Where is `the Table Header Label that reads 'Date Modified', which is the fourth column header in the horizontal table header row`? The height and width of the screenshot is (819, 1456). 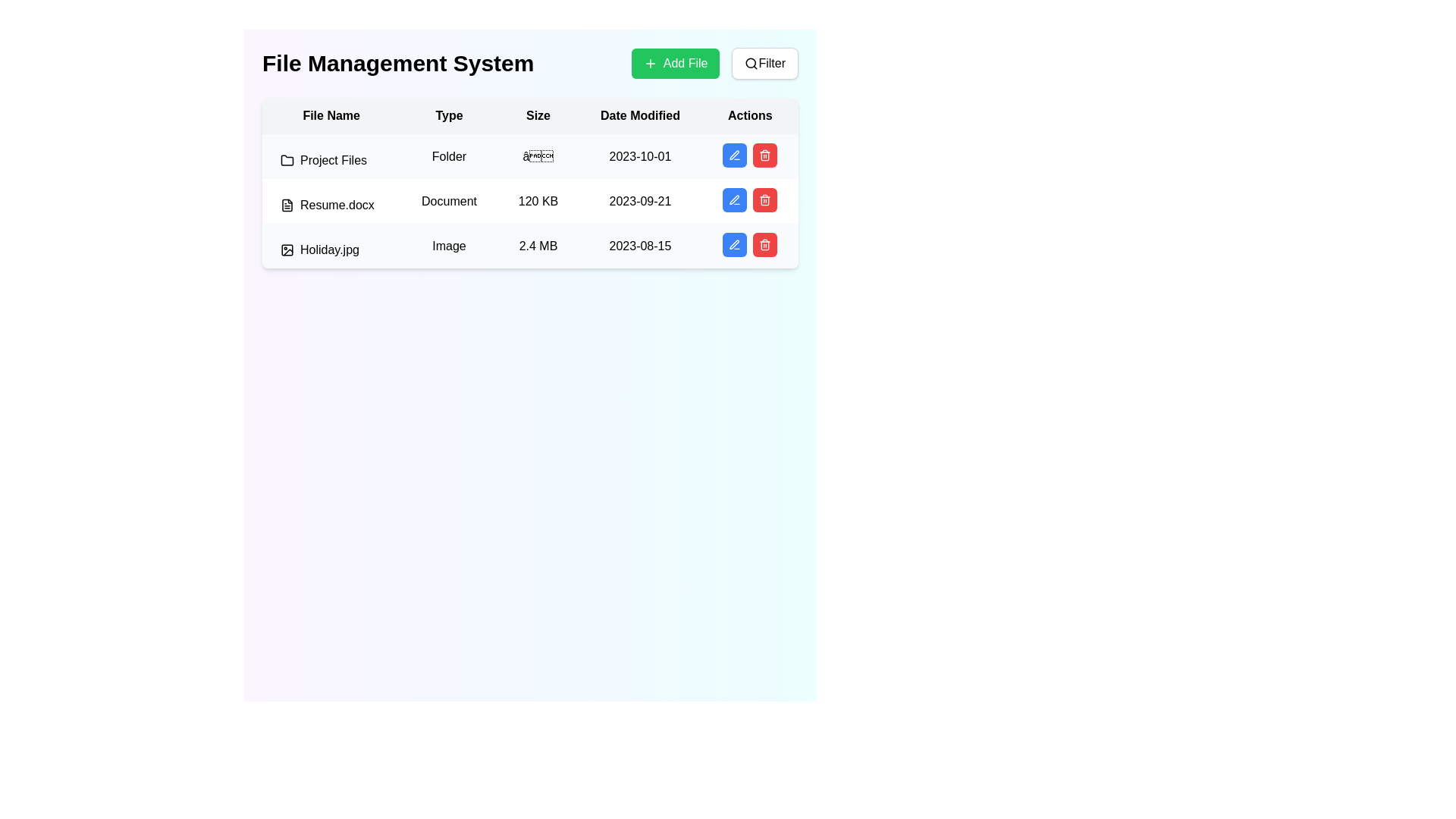 the Table Header Label that reads 'Date Modified', which is the fourth column header in the horizontal table header row is located at coordinates (640, 115).